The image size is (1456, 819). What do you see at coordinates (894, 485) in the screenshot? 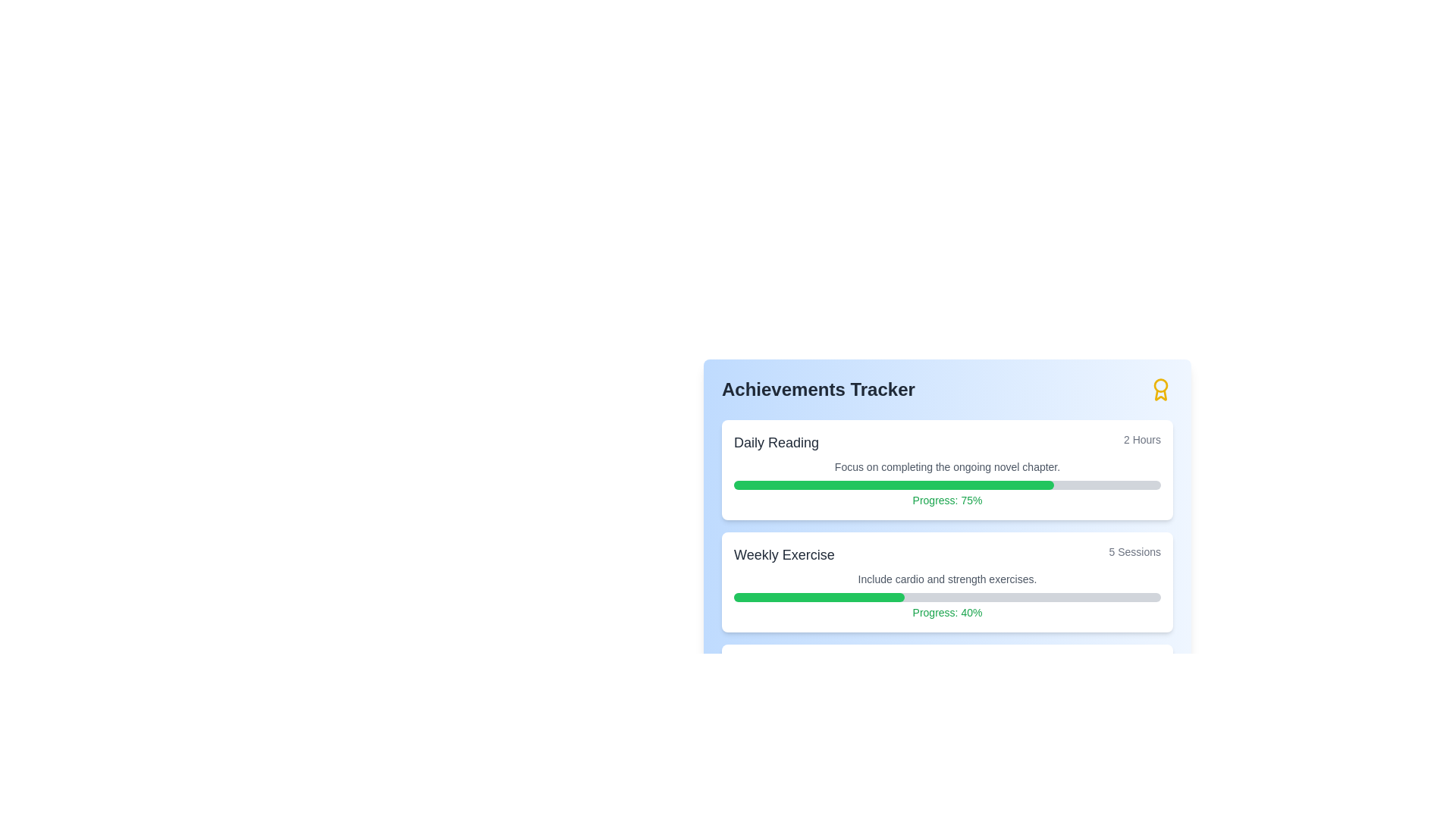
I see `the green progress bar within the 'Daily Reading' card of the 'Achievements Tracker' section` at bounding box center [894, 485].